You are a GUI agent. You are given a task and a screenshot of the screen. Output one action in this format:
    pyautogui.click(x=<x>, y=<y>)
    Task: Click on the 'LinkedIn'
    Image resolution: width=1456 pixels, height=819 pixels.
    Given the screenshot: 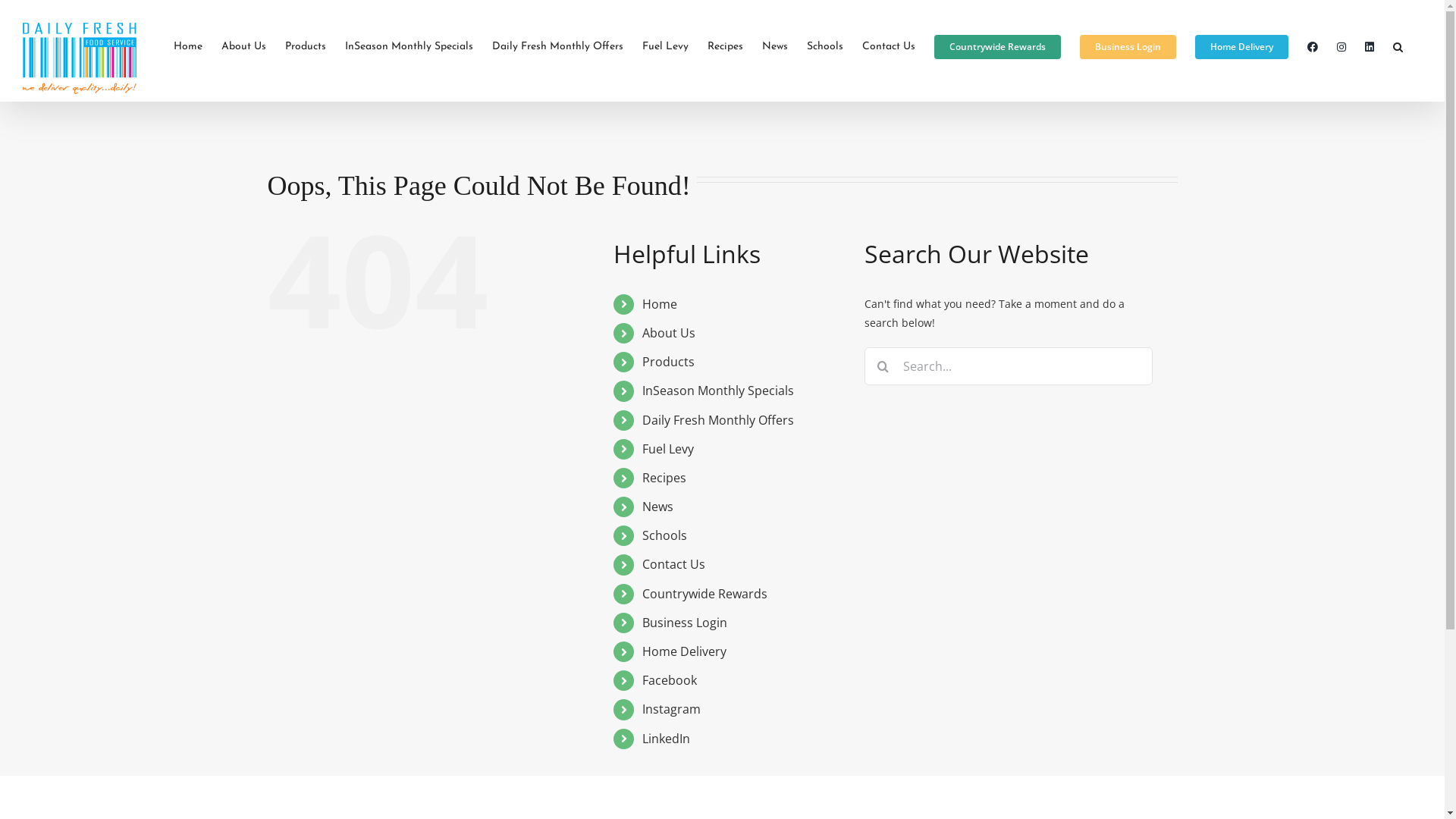 What is the action you would take?
    pyautogui.click(x=666, y=738)
    